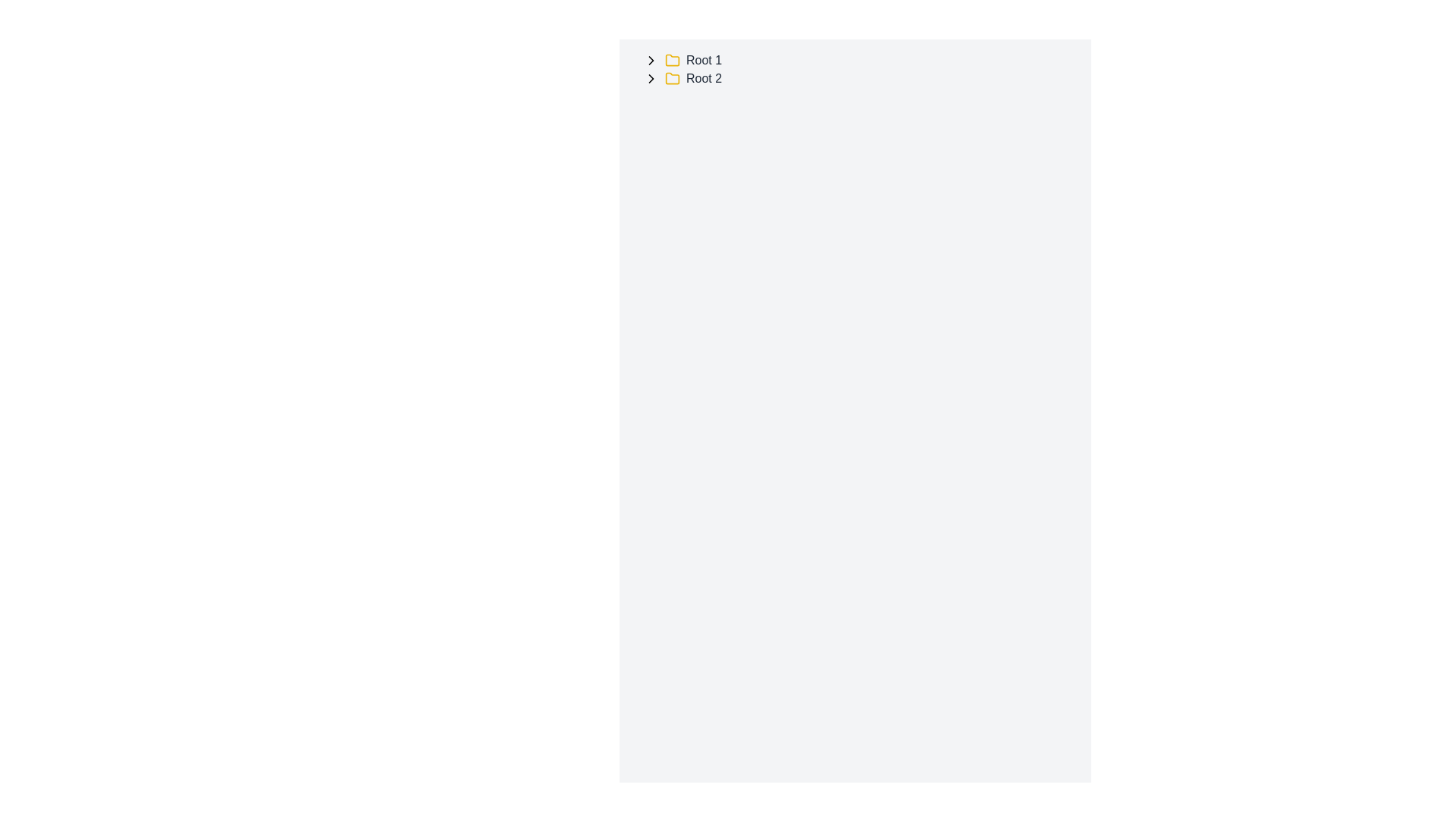 This screenshot has height=819, width=1456. Describe the element at coordinates (703, 60) in the screenshot. I see `the Text label that describes the first folder item in the hierarchical structure, located to the right of the yellow folder icon and after the chevron icon in the vertical list` at that location.